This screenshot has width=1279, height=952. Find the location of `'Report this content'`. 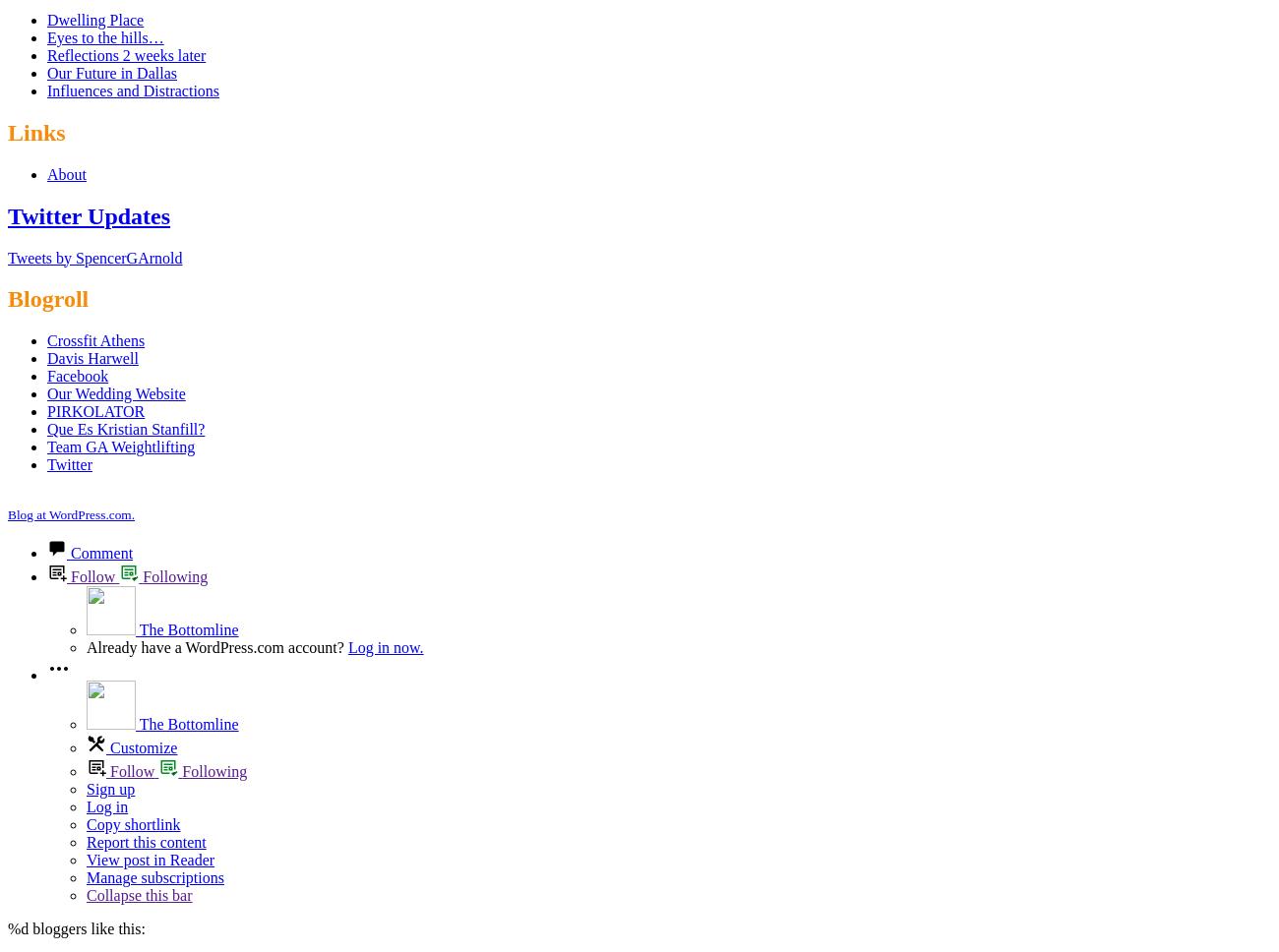

'Report this content' is located at coordinates (145, 841).